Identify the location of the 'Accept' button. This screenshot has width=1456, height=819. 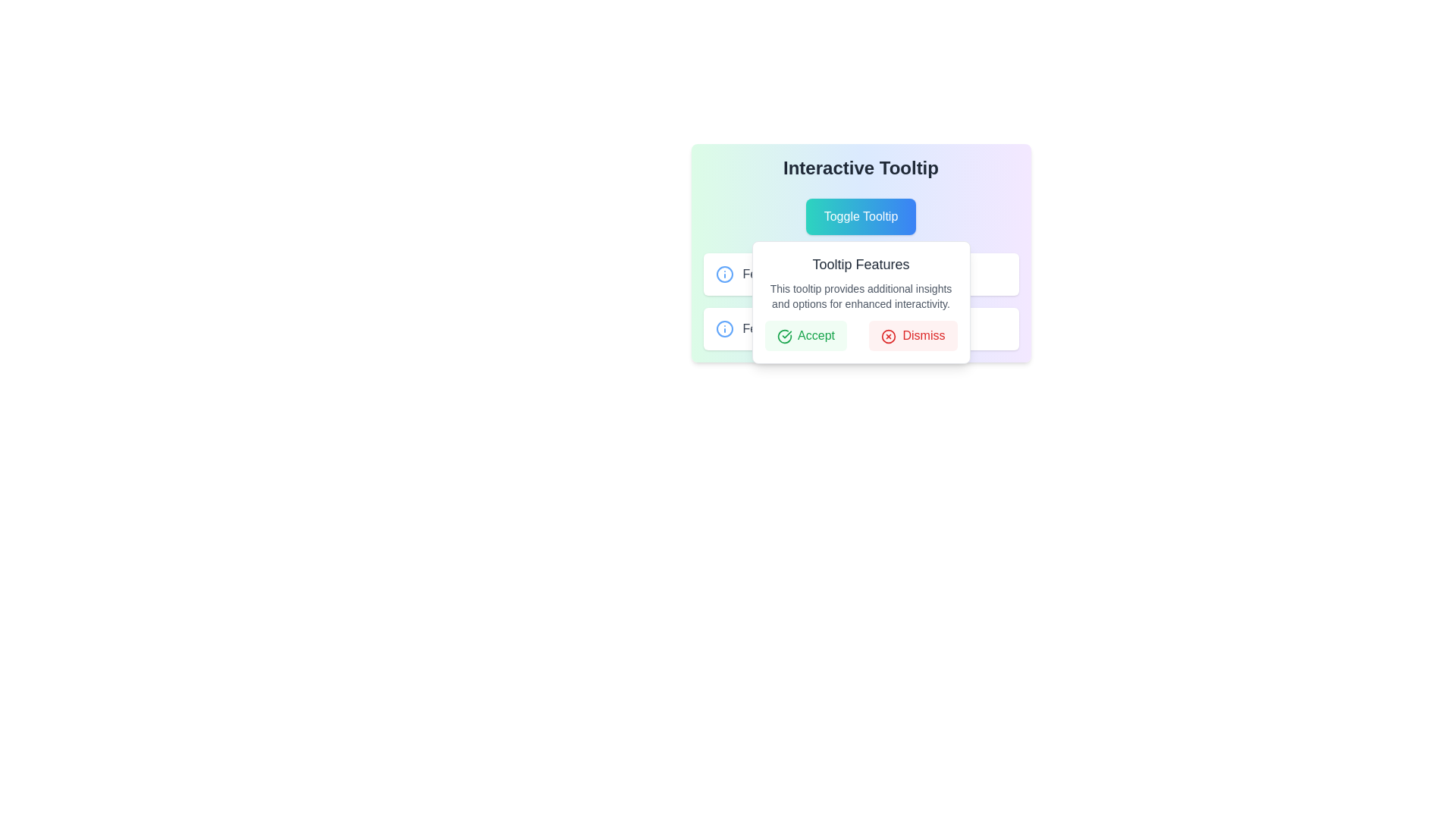
(805, 335).